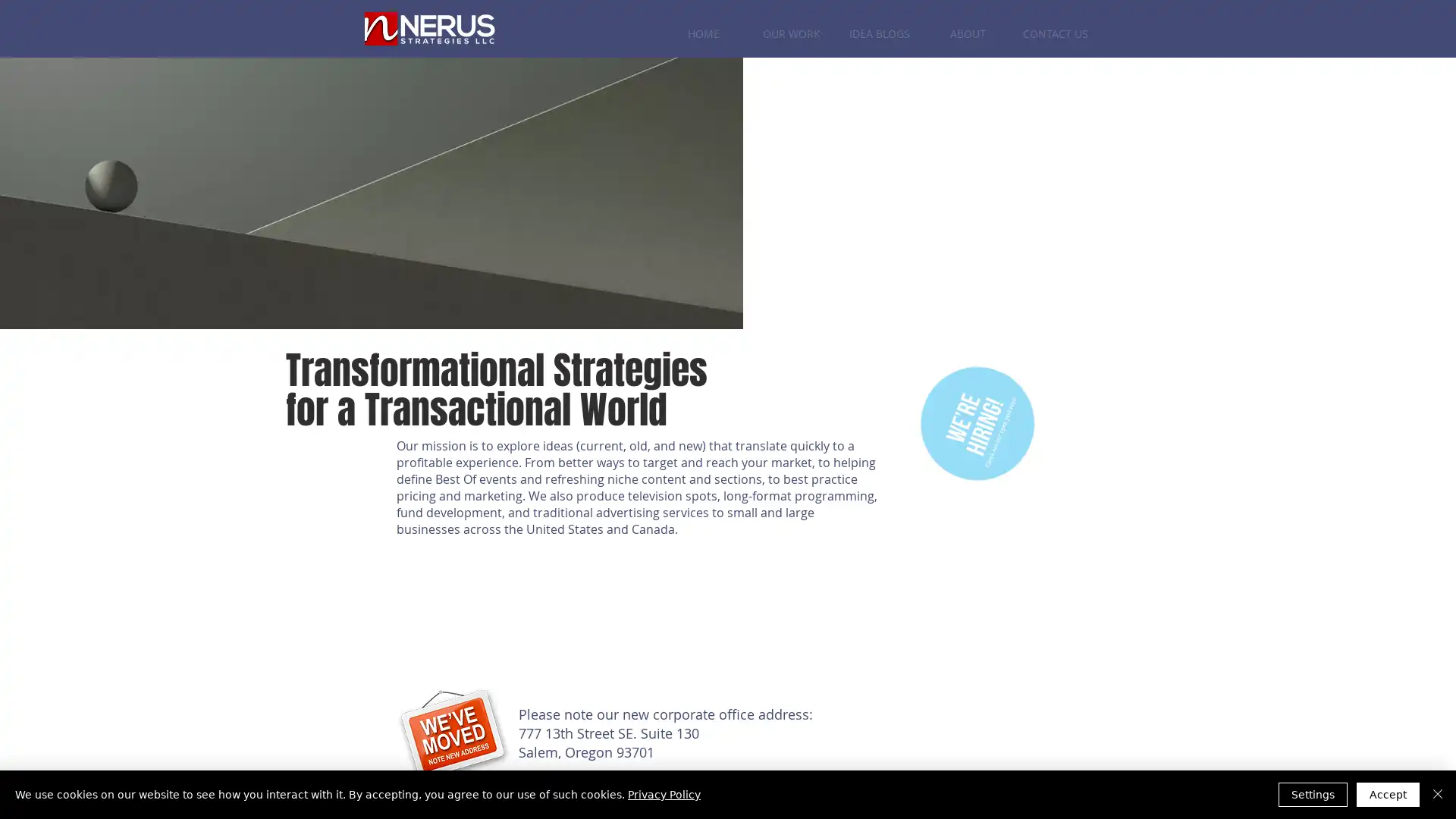 The width and height of the screenshot is (1456, 819). I want to click on Close, so click(1437, 794).